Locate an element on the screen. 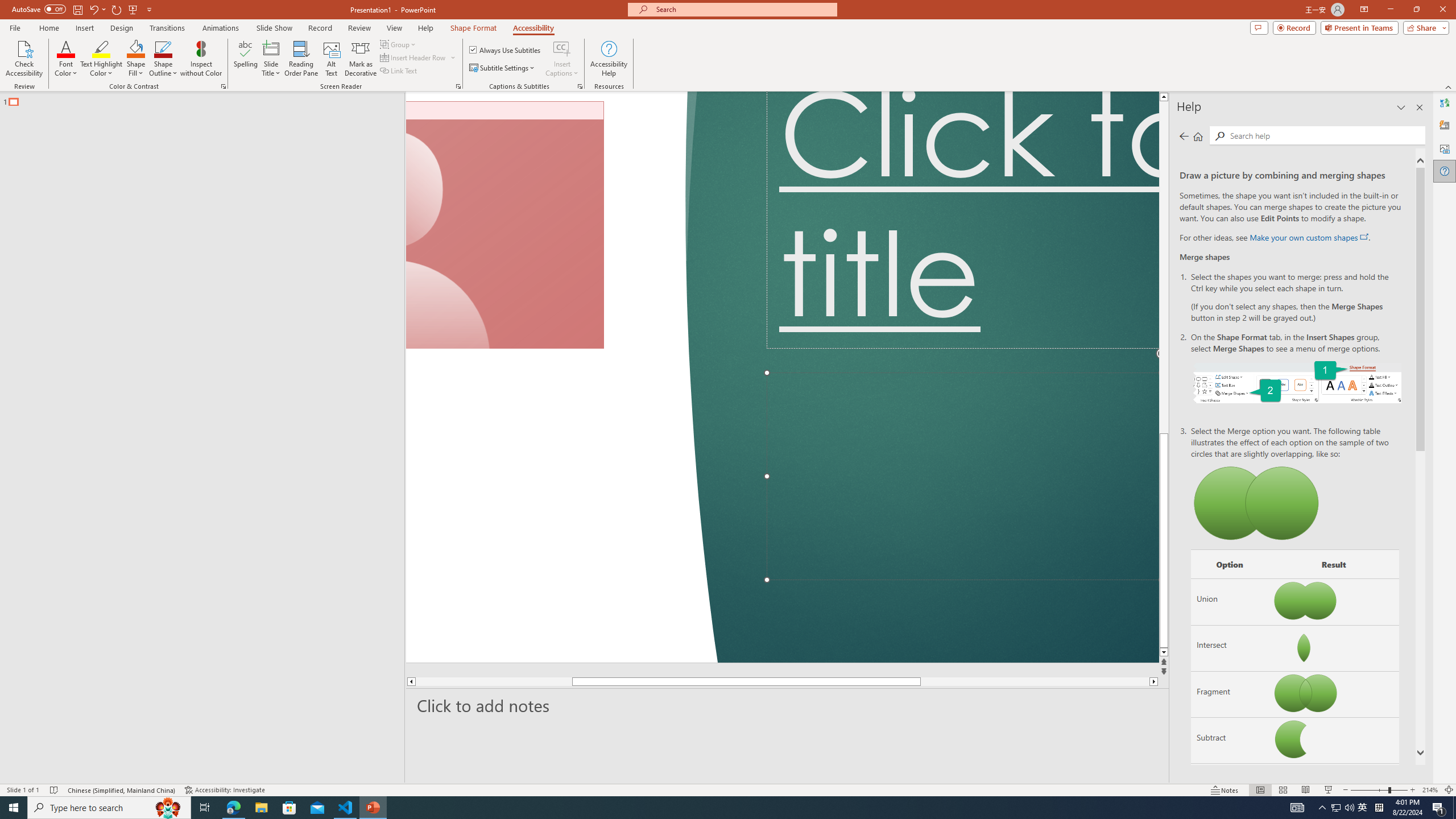 The image size is (1456, 819). 'Intersect' is located at coordinates (1228, 647).